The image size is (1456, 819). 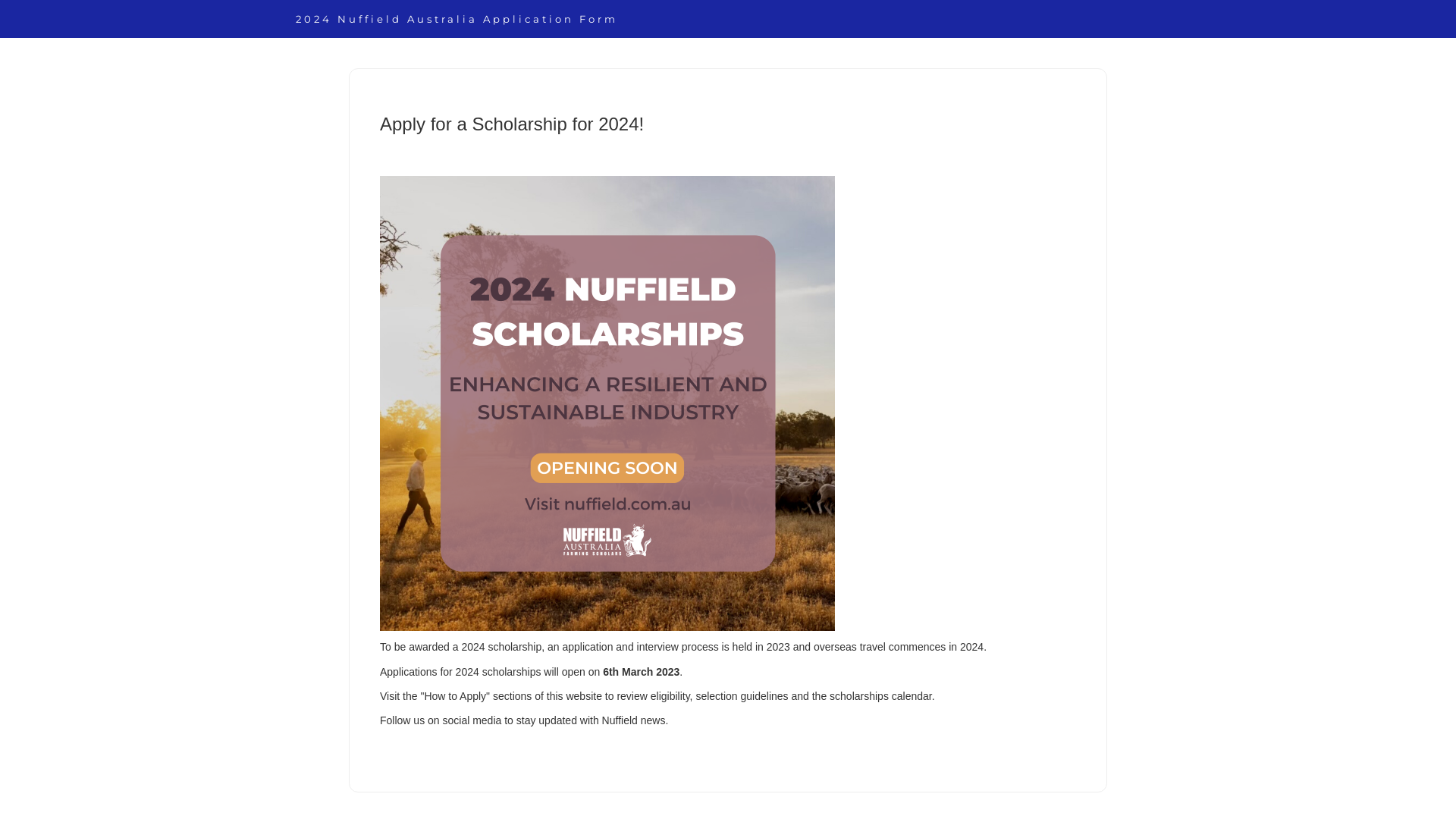 What do you see at coordinates (456, 18) in the screenshot?
I see `'2024 Nuffield Australia Application Form'` at bounding box center [456, 18].